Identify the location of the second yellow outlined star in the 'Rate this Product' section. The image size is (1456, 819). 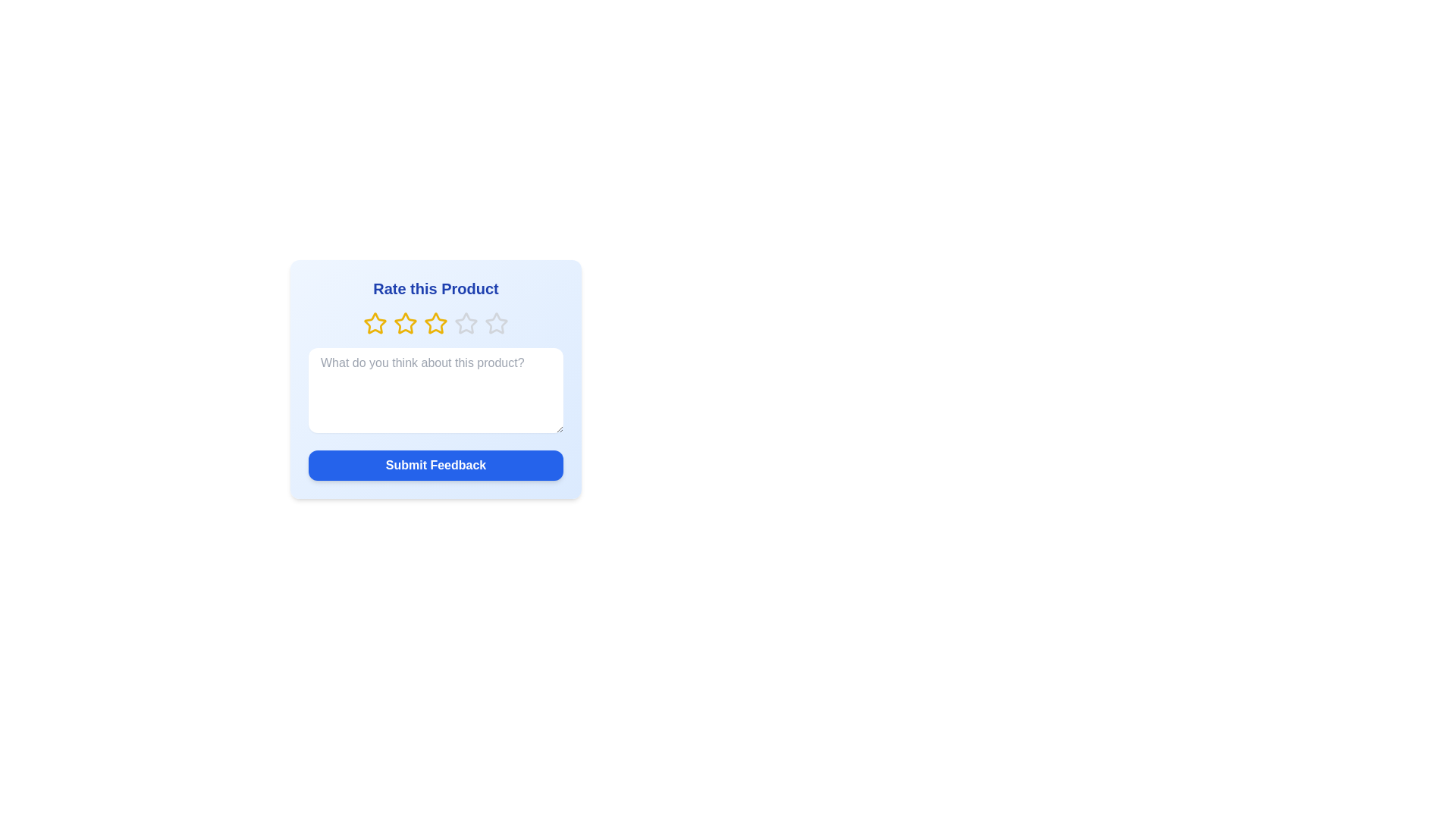
(404, 322).